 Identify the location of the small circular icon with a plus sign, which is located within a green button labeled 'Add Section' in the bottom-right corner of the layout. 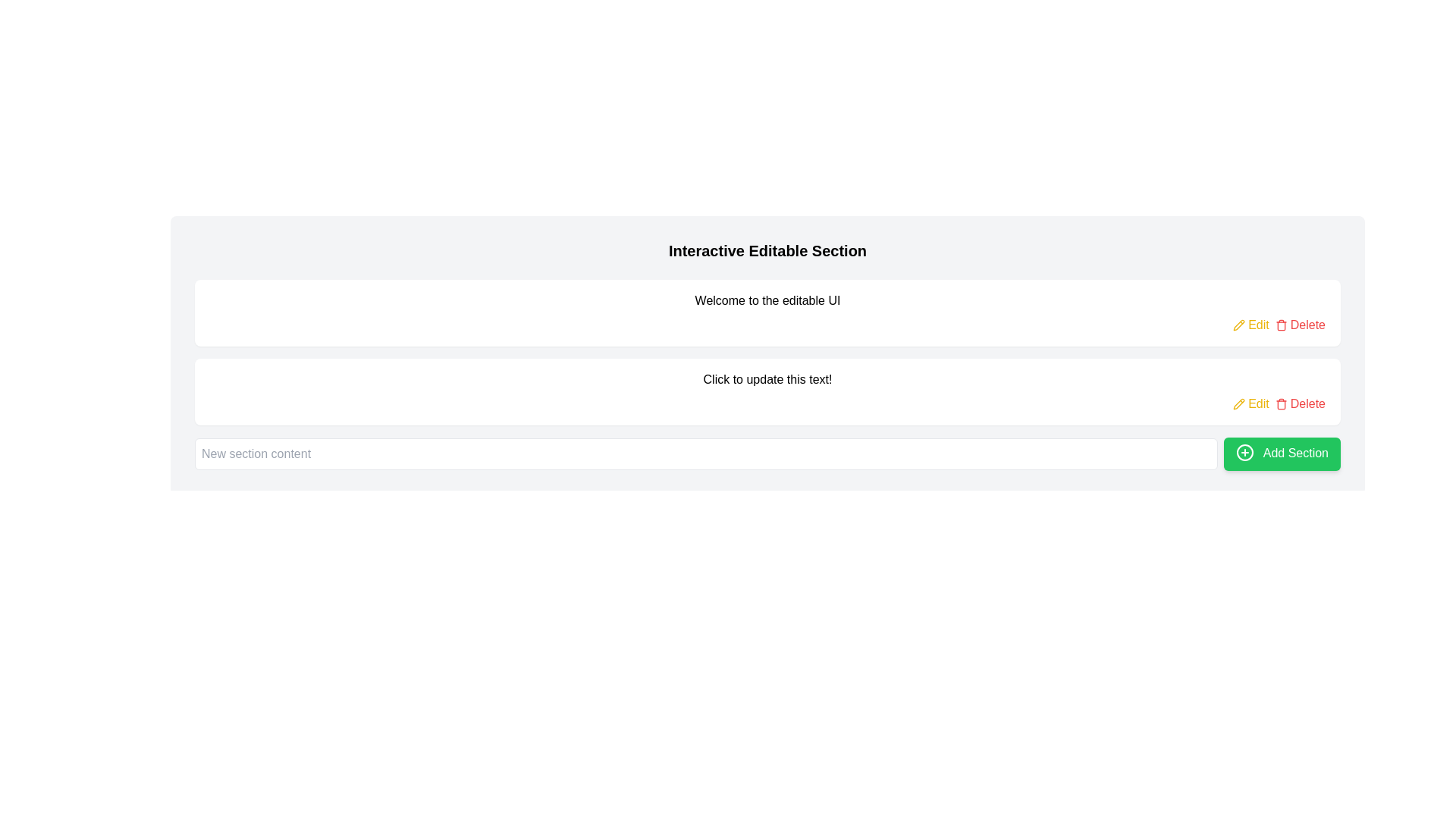
(1245, 452).